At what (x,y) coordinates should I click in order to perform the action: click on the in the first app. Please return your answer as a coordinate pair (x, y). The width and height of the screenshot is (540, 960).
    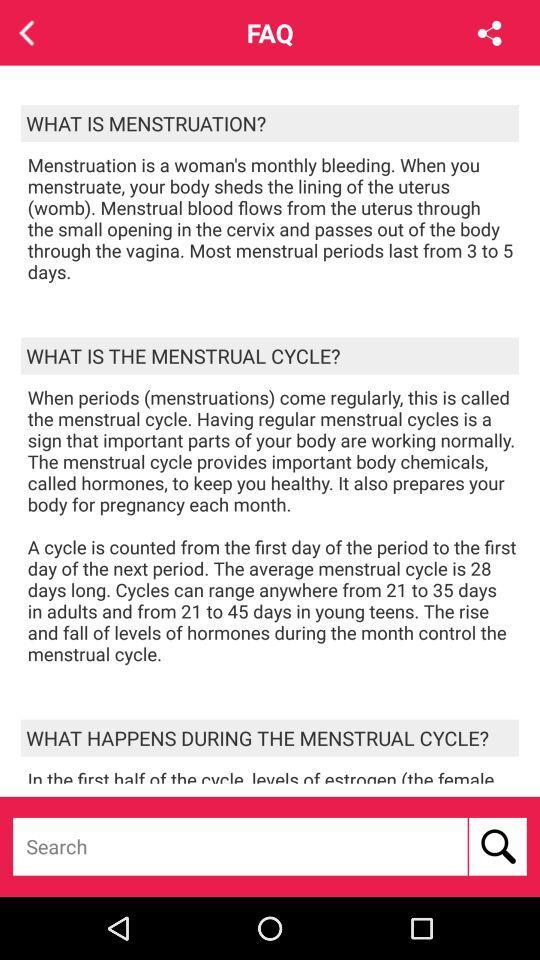
    Looking at the image, I should click on (272, 774).